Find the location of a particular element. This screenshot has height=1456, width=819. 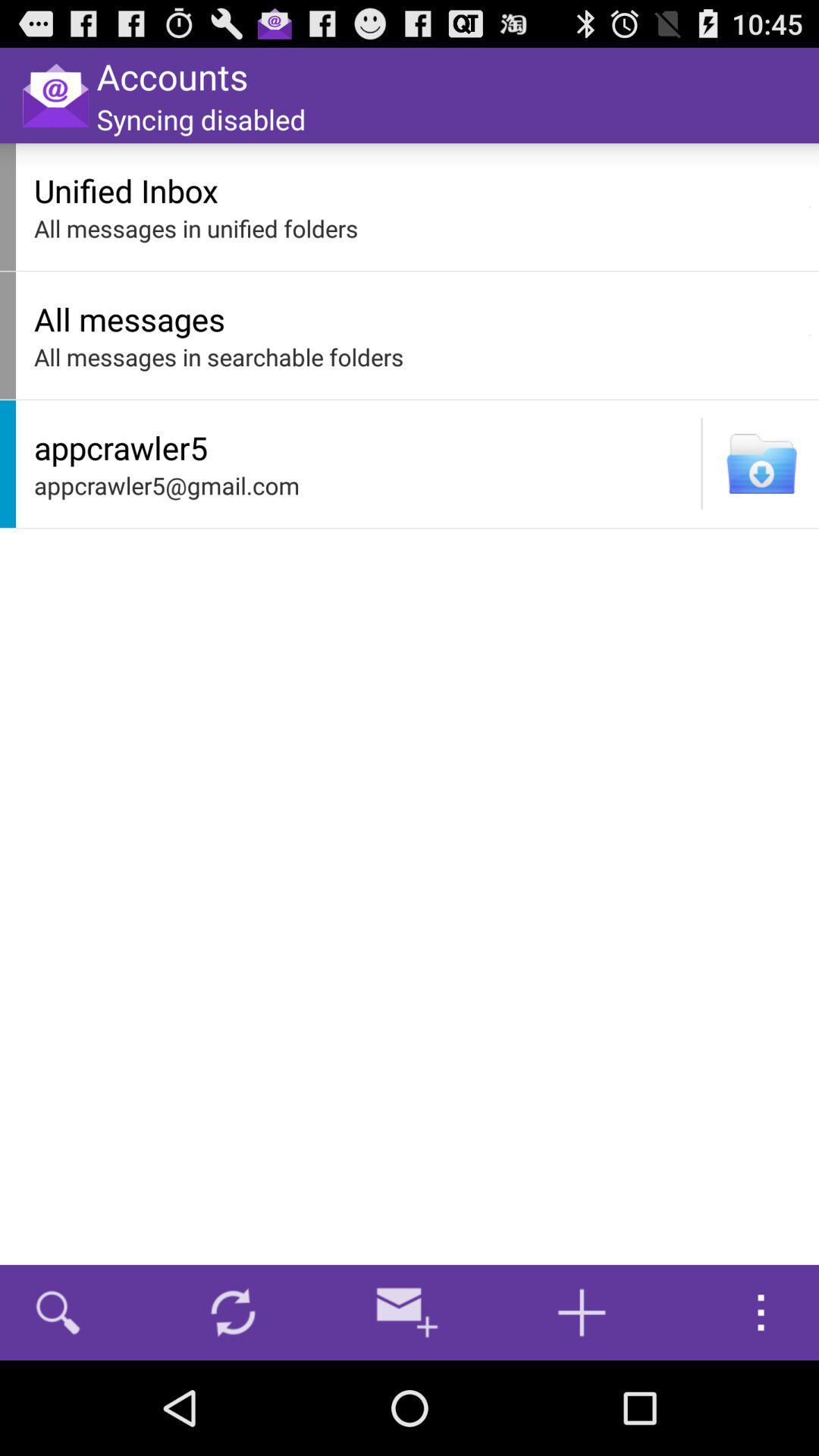

the item next to the all messages app is located at coordinates (809, 334).